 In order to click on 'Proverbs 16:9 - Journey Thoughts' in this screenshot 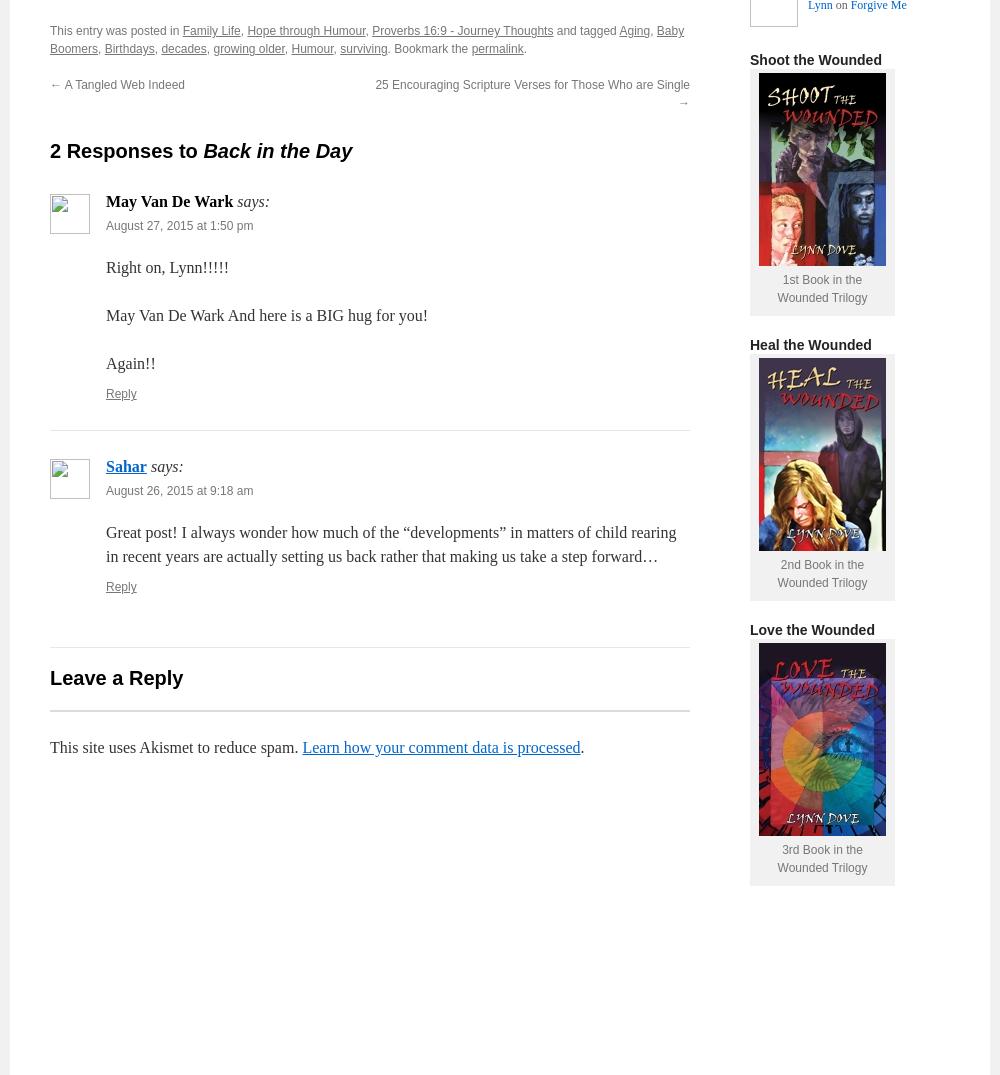, I will do `click(461, 29)`.